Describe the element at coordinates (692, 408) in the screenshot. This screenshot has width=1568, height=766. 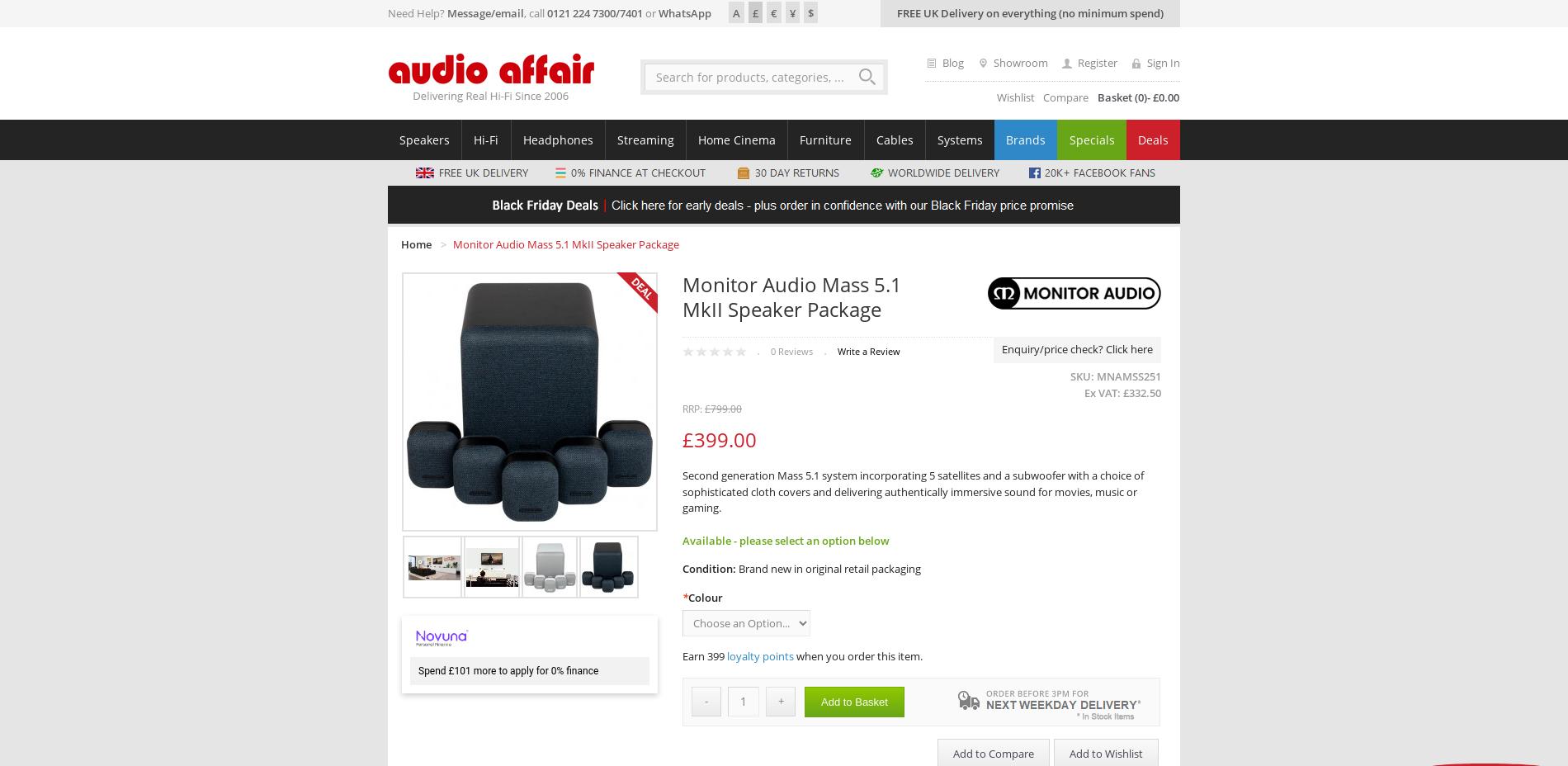
I see `'RRP:'` at that location.